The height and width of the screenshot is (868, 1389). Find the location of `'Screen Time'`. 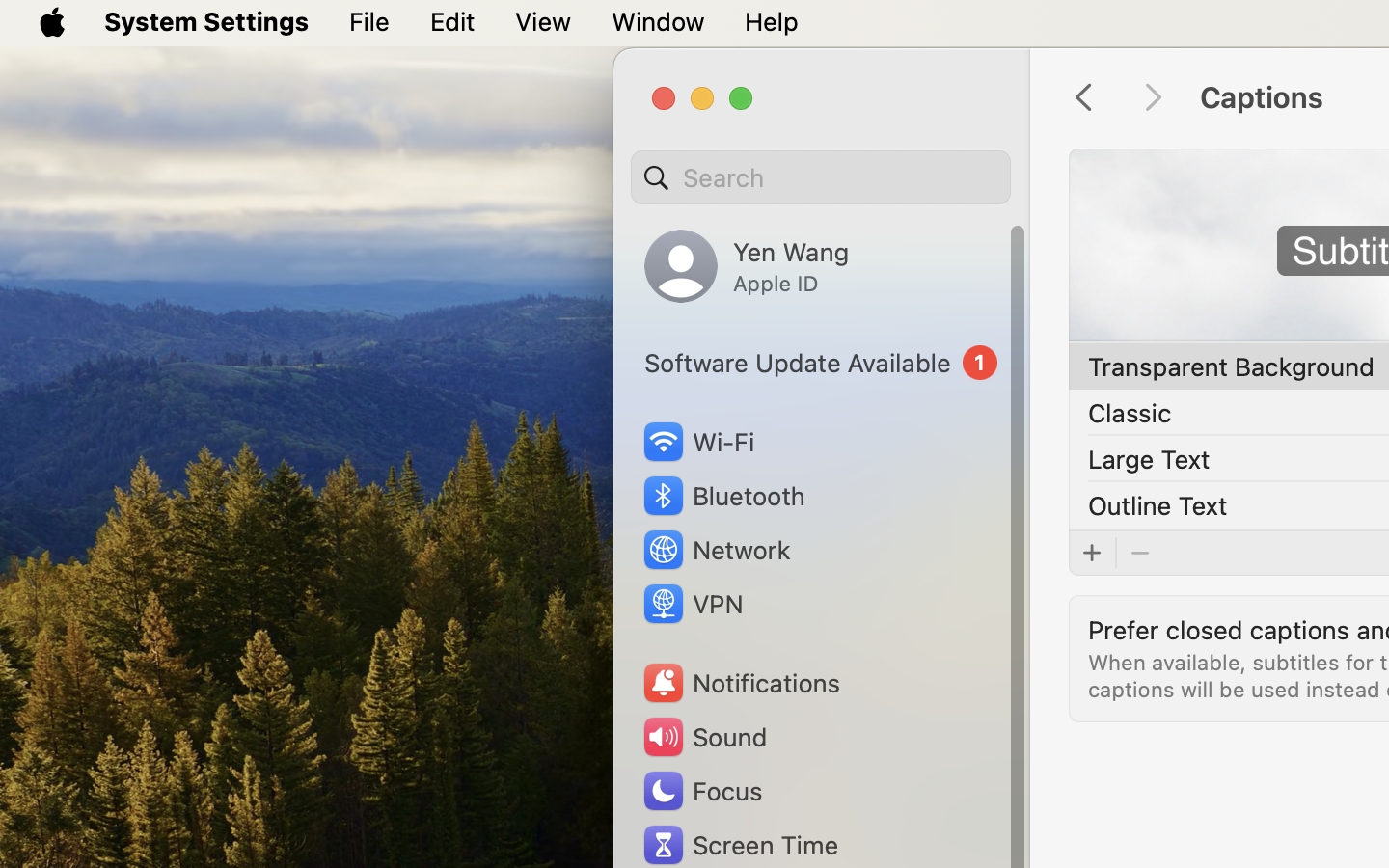

'Screen Time' is located at coordinates (738, 844).